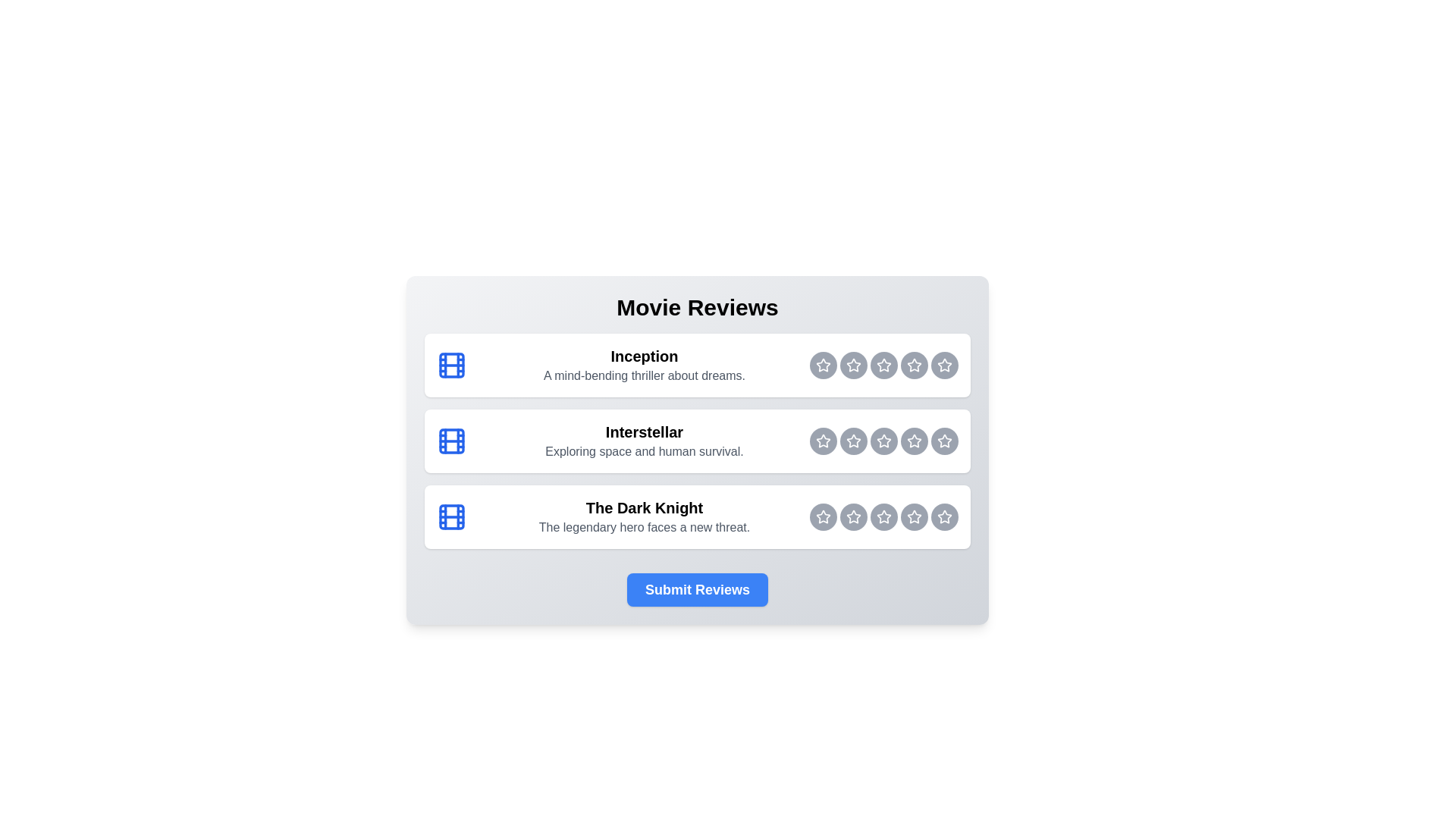 Image resolution: width=1456 pixels, height=819 pixels. What do you see at coordinates (822, 441) in the screenshot?
I see `the rating button for Interstellar at 1 stars` at bounding box center [822, 441].